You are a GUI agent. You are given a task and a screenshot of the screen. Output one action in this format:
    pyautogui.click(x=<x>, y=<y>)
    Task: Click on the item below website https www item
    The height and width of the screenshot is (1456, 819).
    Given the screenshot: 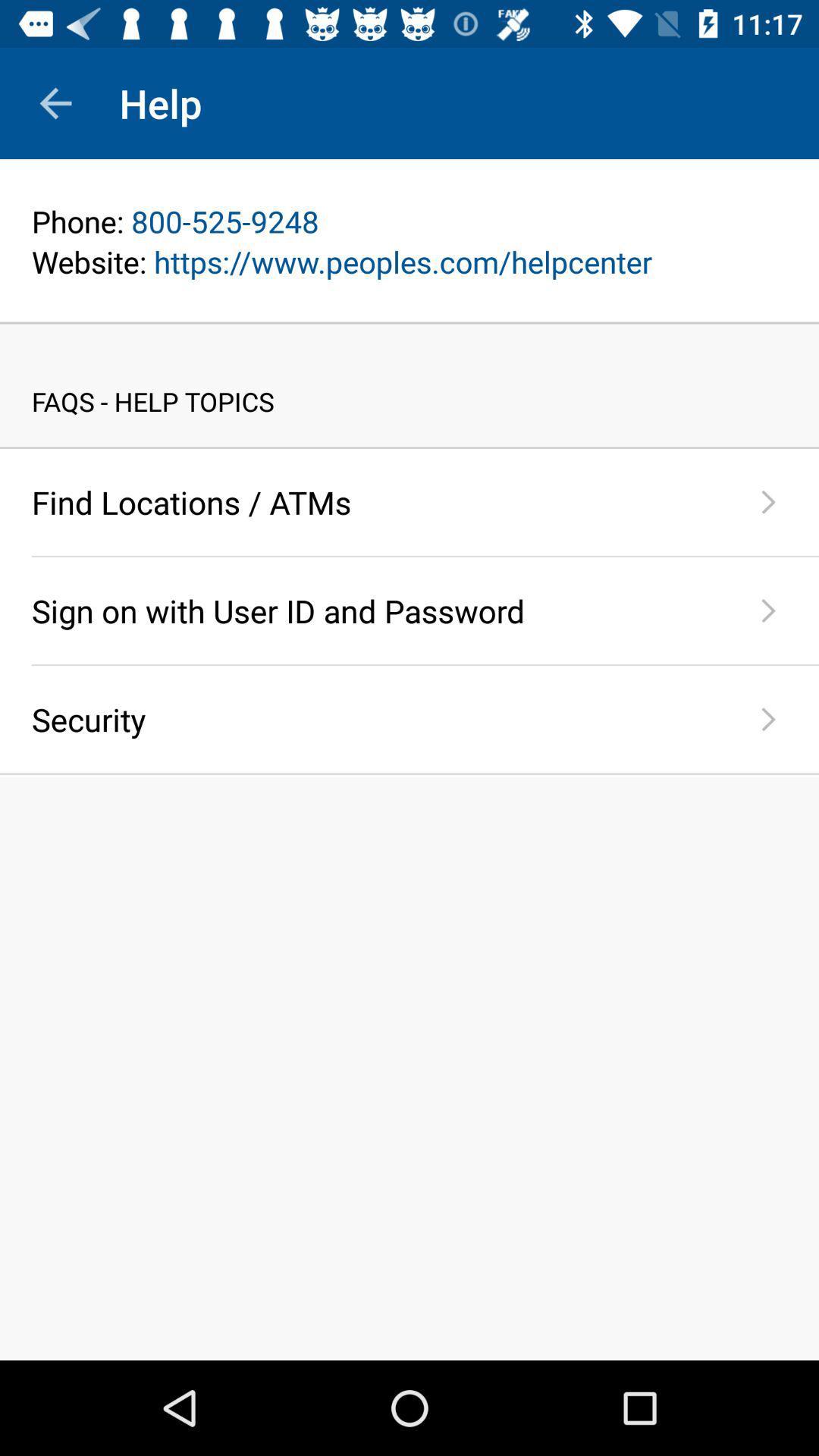 What is the action you would take?
    pyautogui.click(x=409, y=322)
    